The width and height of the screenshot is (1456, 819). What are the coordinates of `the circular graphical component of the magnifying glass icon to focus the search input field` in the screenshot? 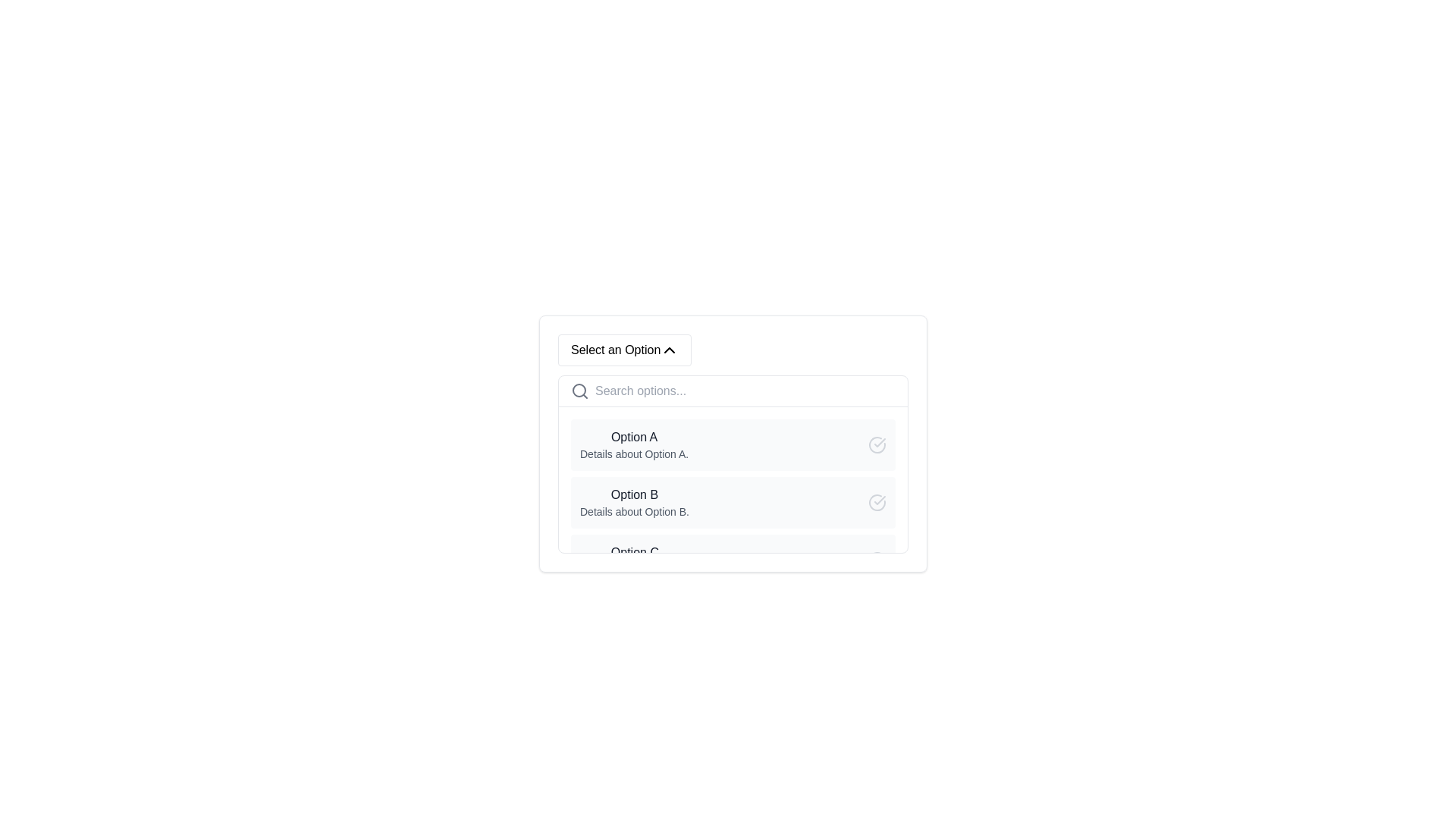 It's located at (578, 390).